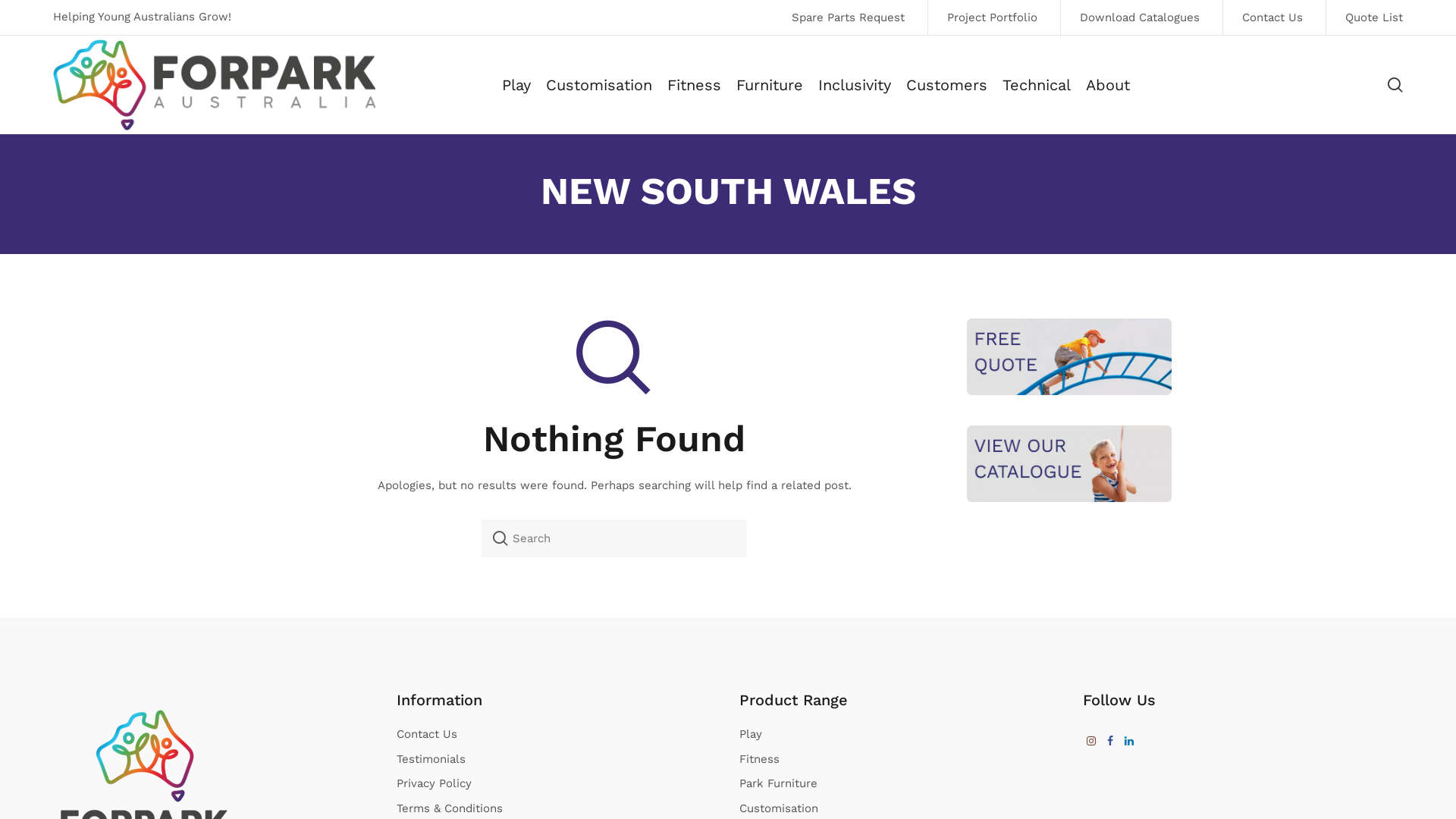 The image size is (1456, 819). What do you see at coordinates (991, 17) in the screenshot?
I see `'Project Portfolio'` at bounding box center [991, 17].